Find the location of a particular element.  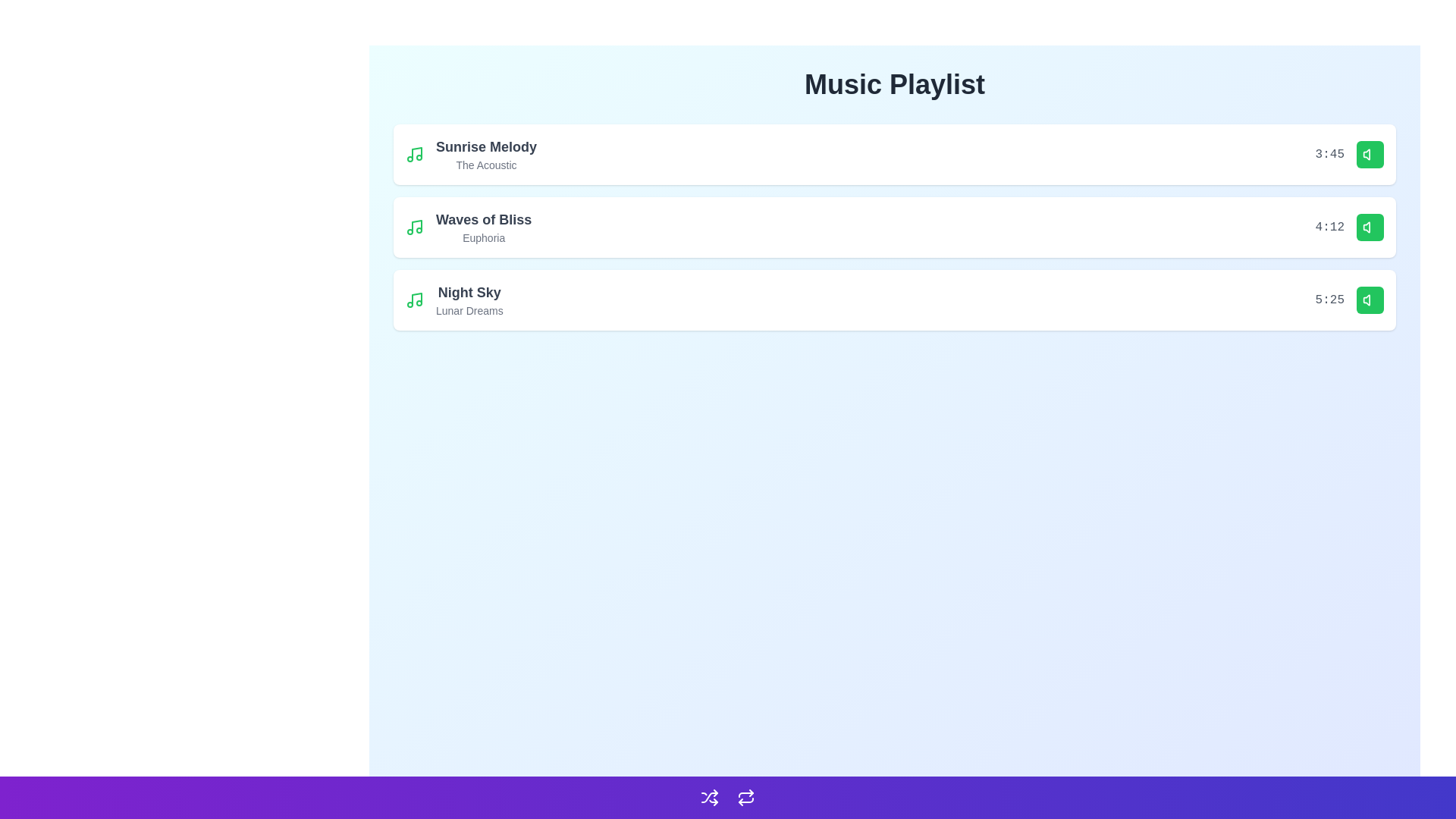

the text label displaying 'Lunar Dreams', which is styled with a gray color and positioned below the title 'Night Sky' in the playlist UI is located at coordinates (469, 309).